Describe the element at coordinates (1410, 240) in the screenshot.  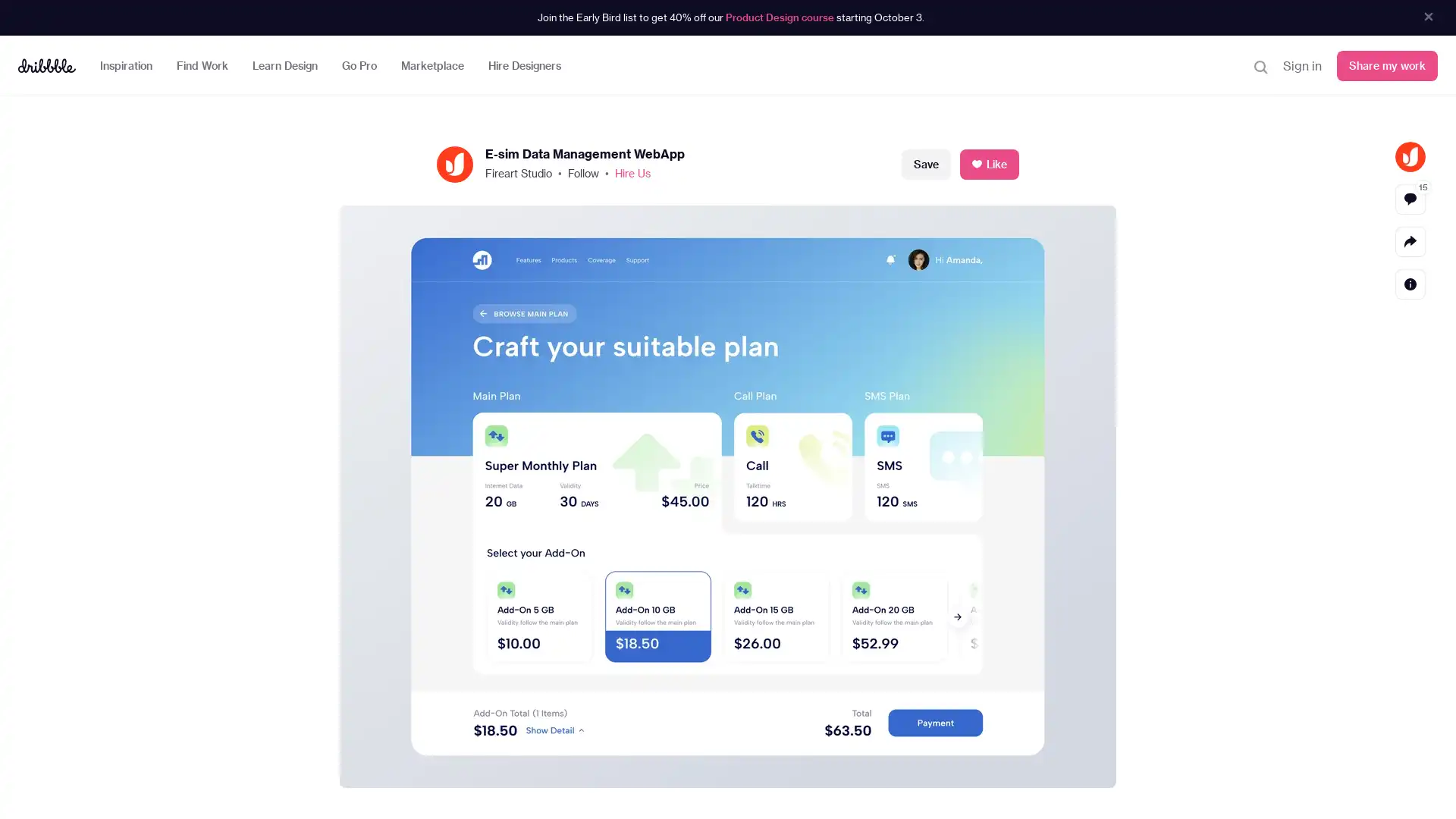
I see `Share actions` at that location.